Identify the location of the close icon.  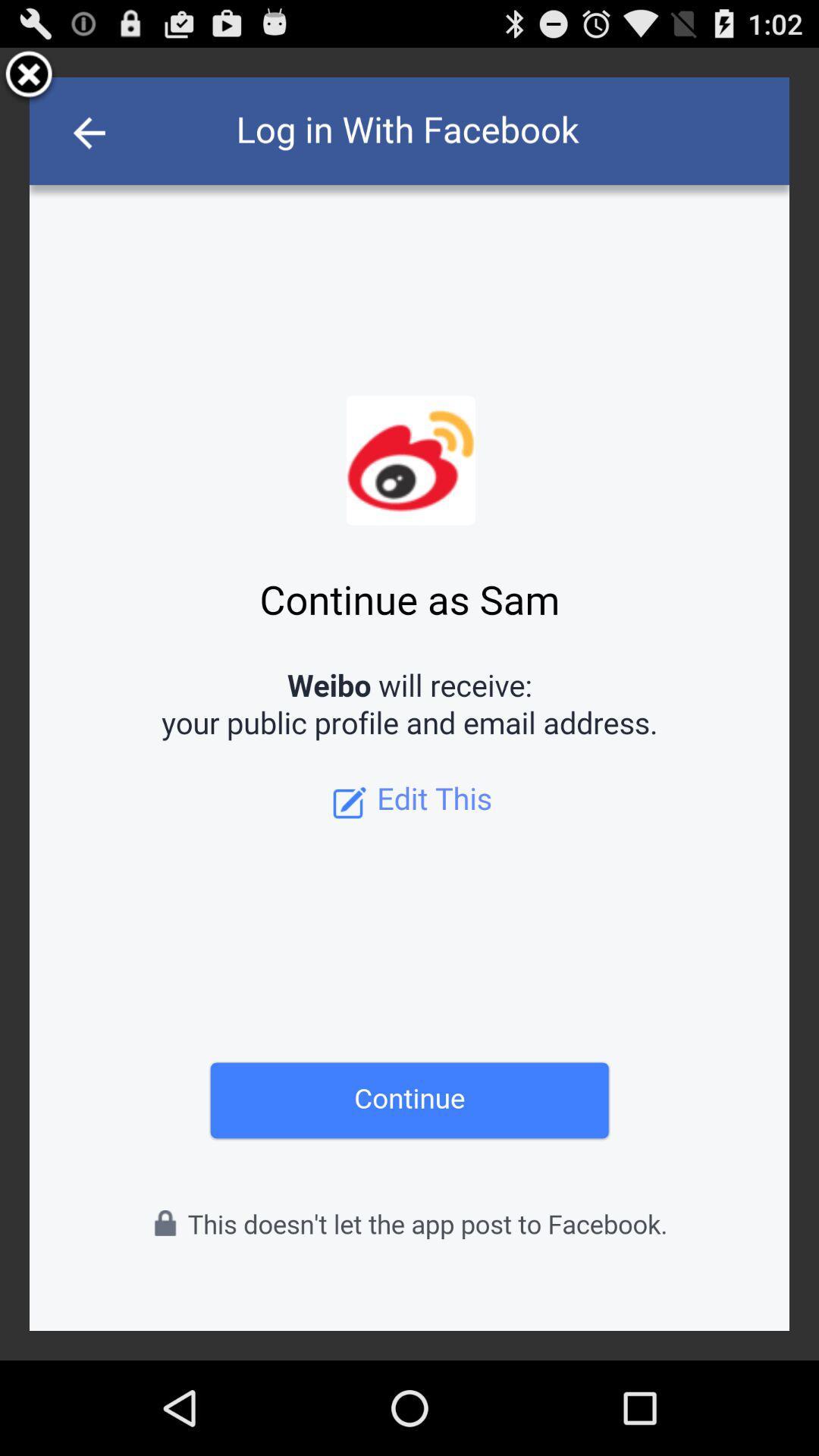
(29, 81).